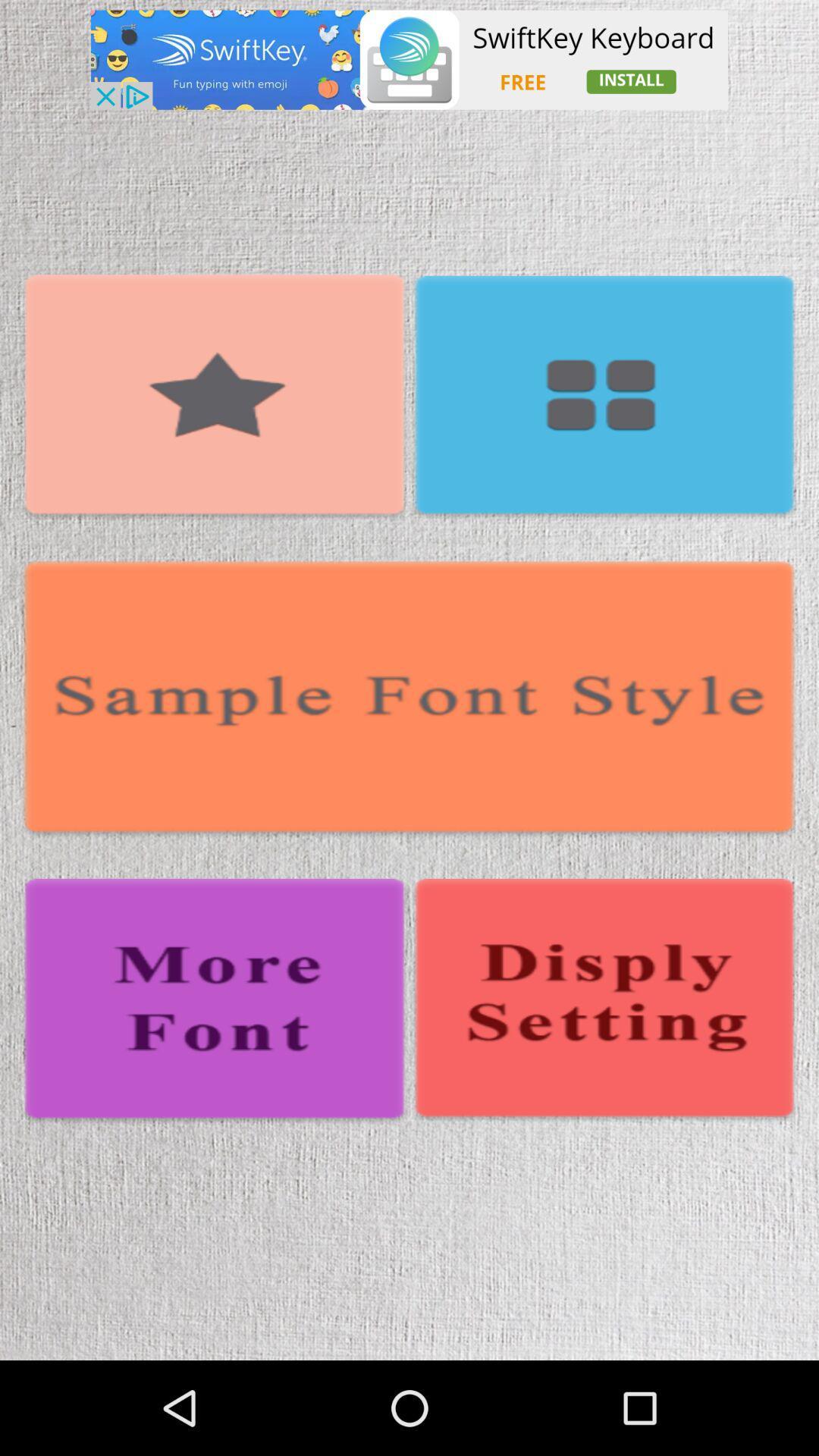 The height and width of the screenshot is (1456, 819). I want to click on more options, so click(603, 398).